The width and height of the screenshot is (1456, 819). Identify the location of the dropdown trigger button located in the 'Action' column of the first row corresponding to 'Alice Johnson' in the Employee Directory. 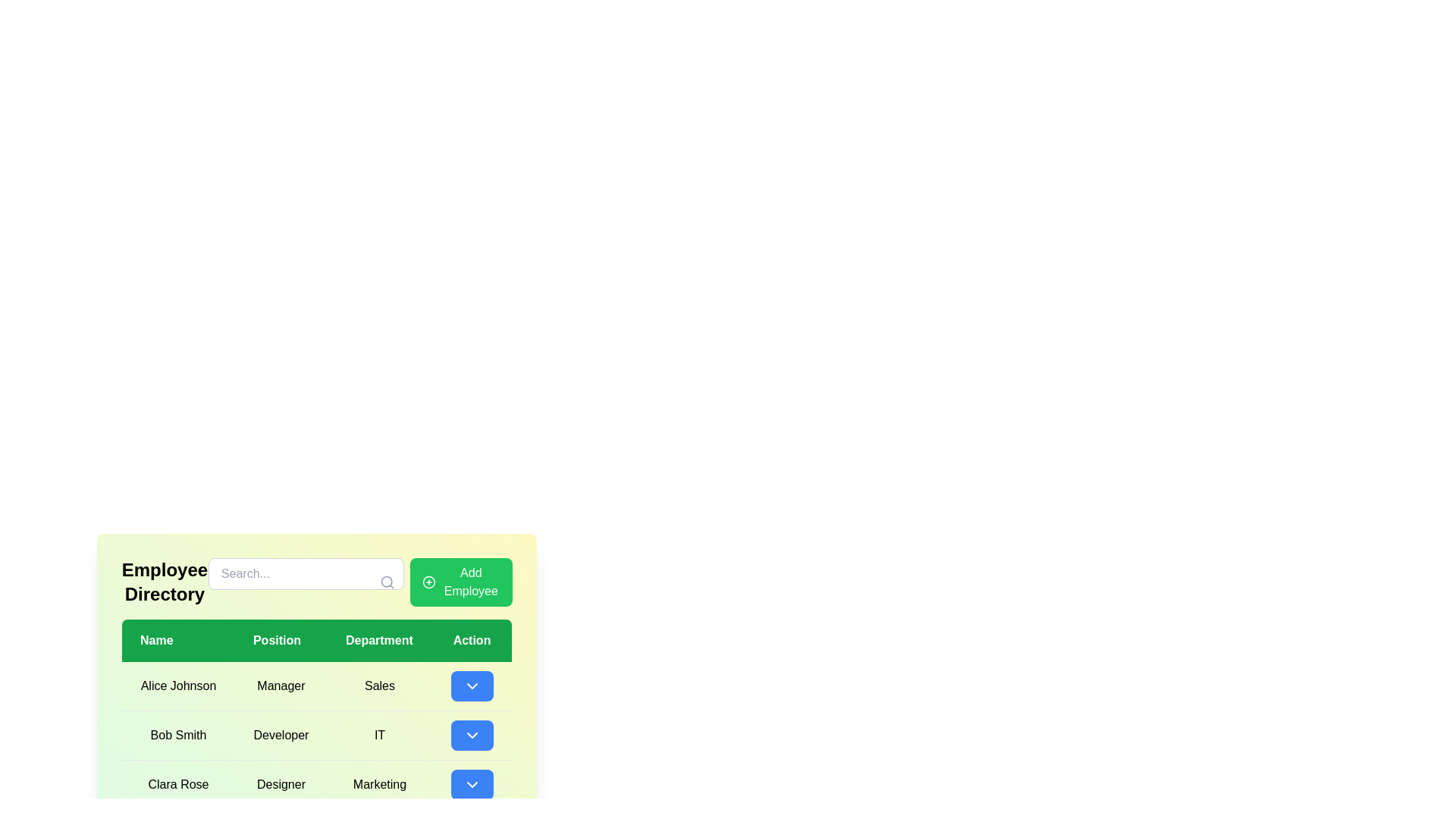
(471, 686).